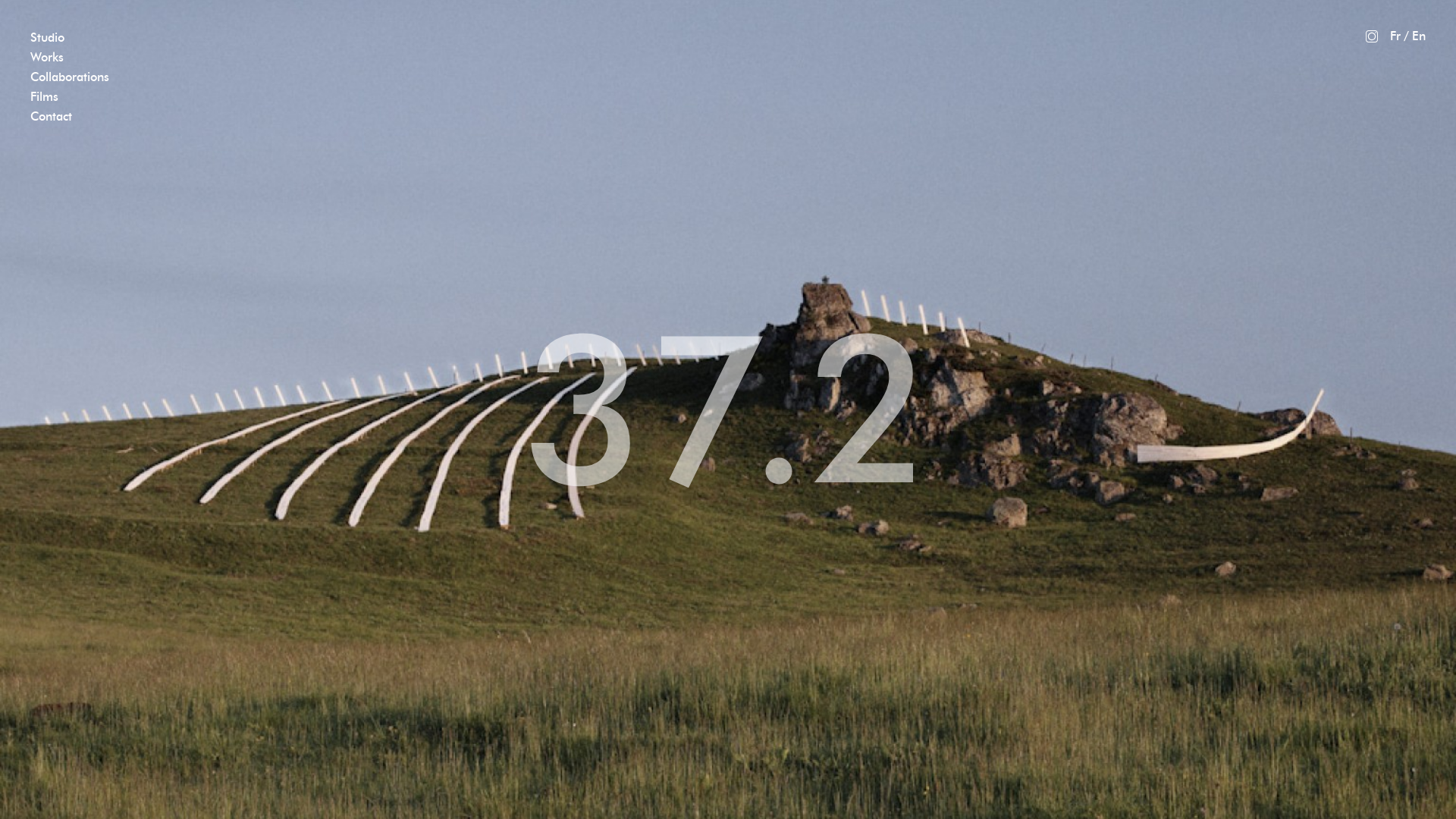 The height and width of the screenshot is (819, 1456). I want to click on 'Fr', so click(1395, 35).